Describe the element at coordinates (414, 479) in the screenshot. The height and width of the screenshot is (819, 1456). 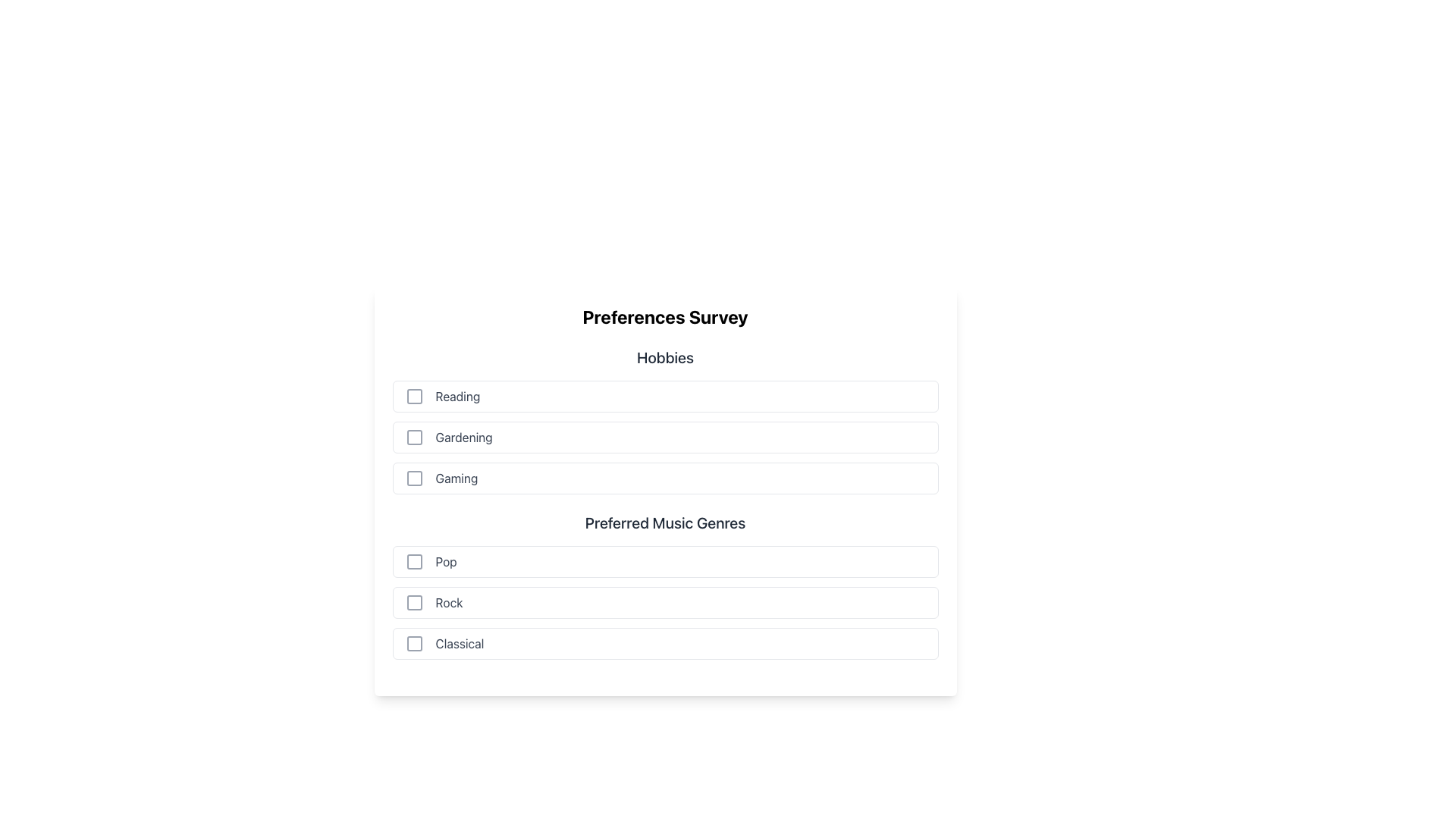
I see `the checkbox for 'Gaming' in the third position under the 'Hobbies' section` at that location.